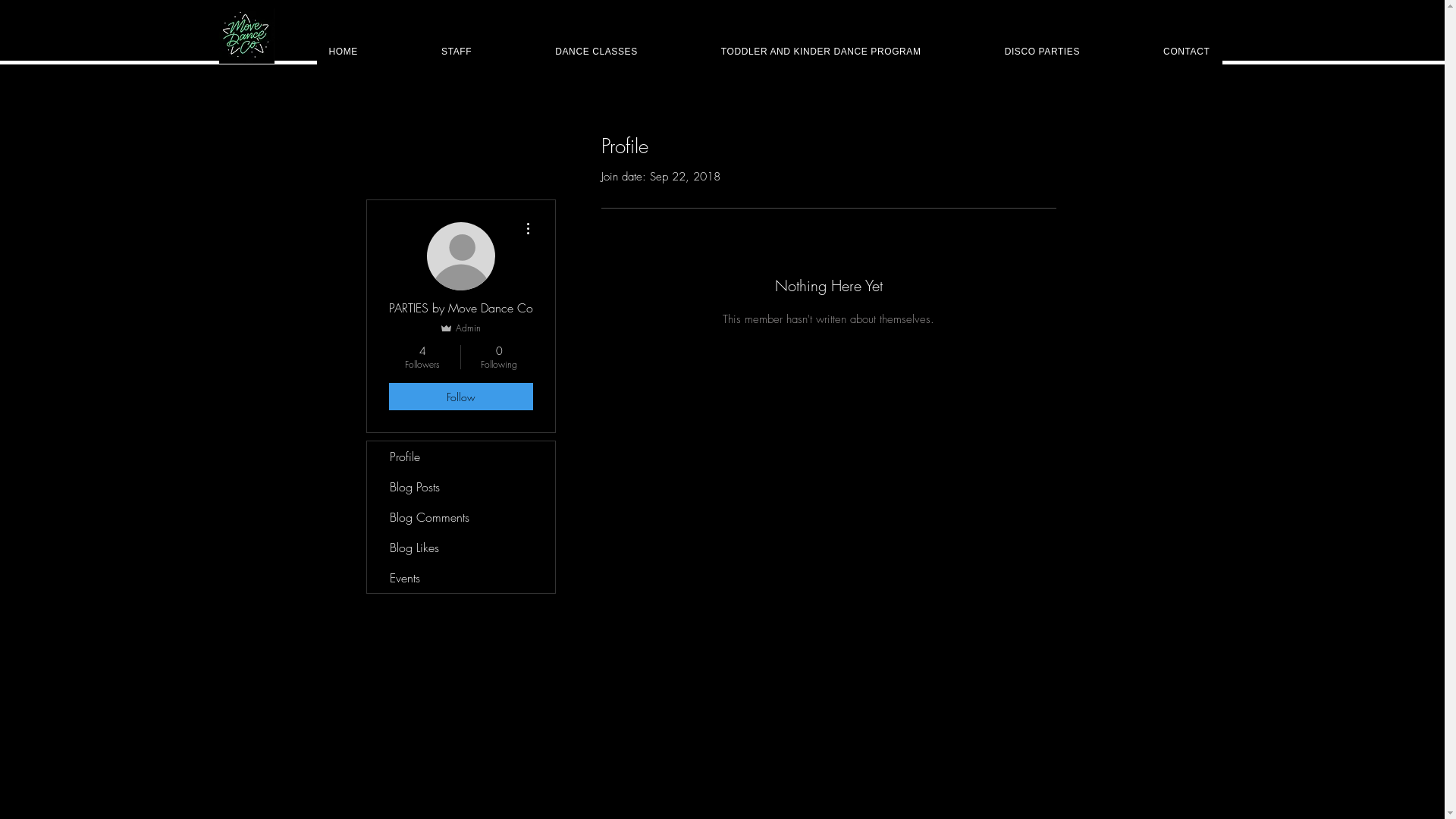  I want to click on 'STAFF', so click(455, 51).